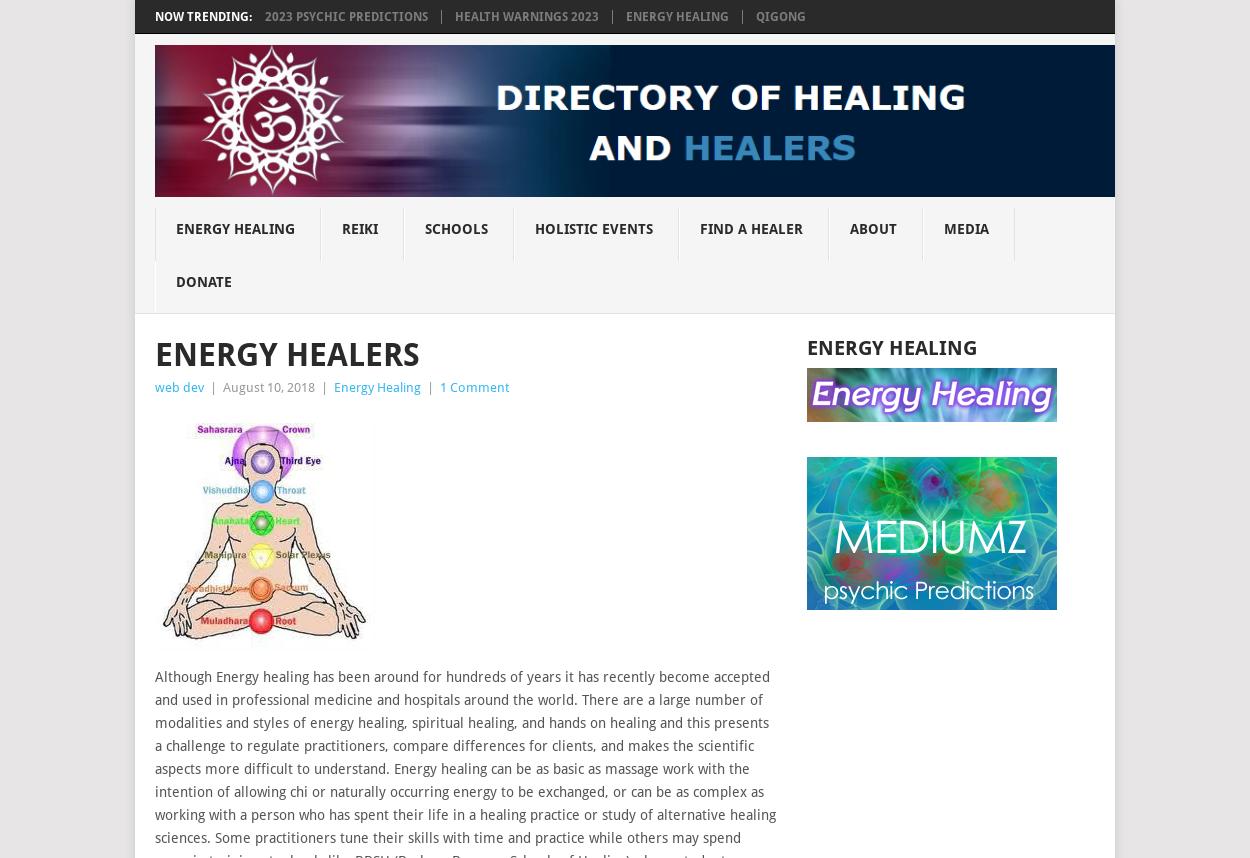  What do you see at coordinates (942, 226) in the screenshot?
I see `'MEDIA'` at bounding box center [942, 226].